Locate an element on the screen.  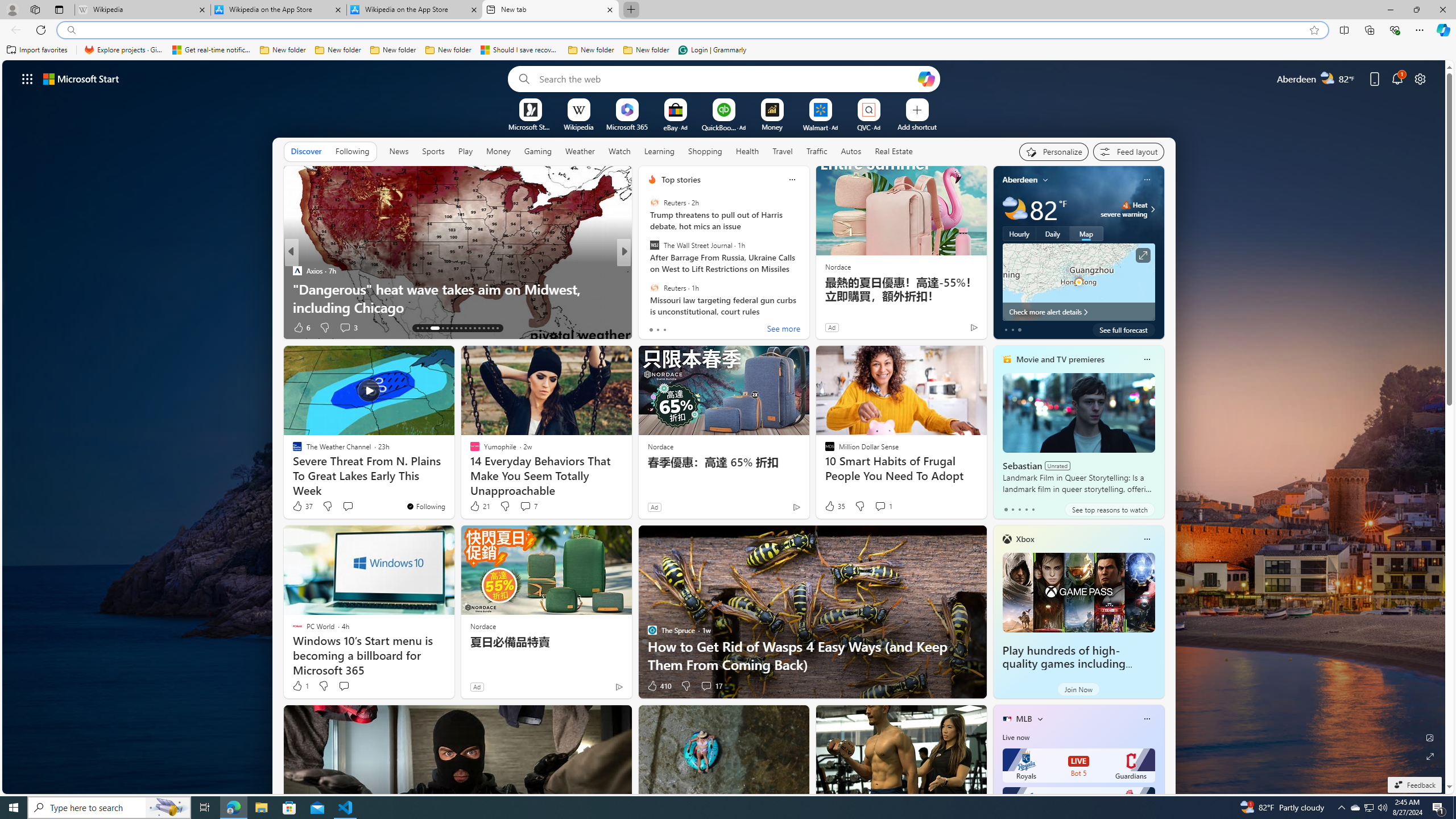
'View comments 4 Comment' is located at coordinates (705, 327).